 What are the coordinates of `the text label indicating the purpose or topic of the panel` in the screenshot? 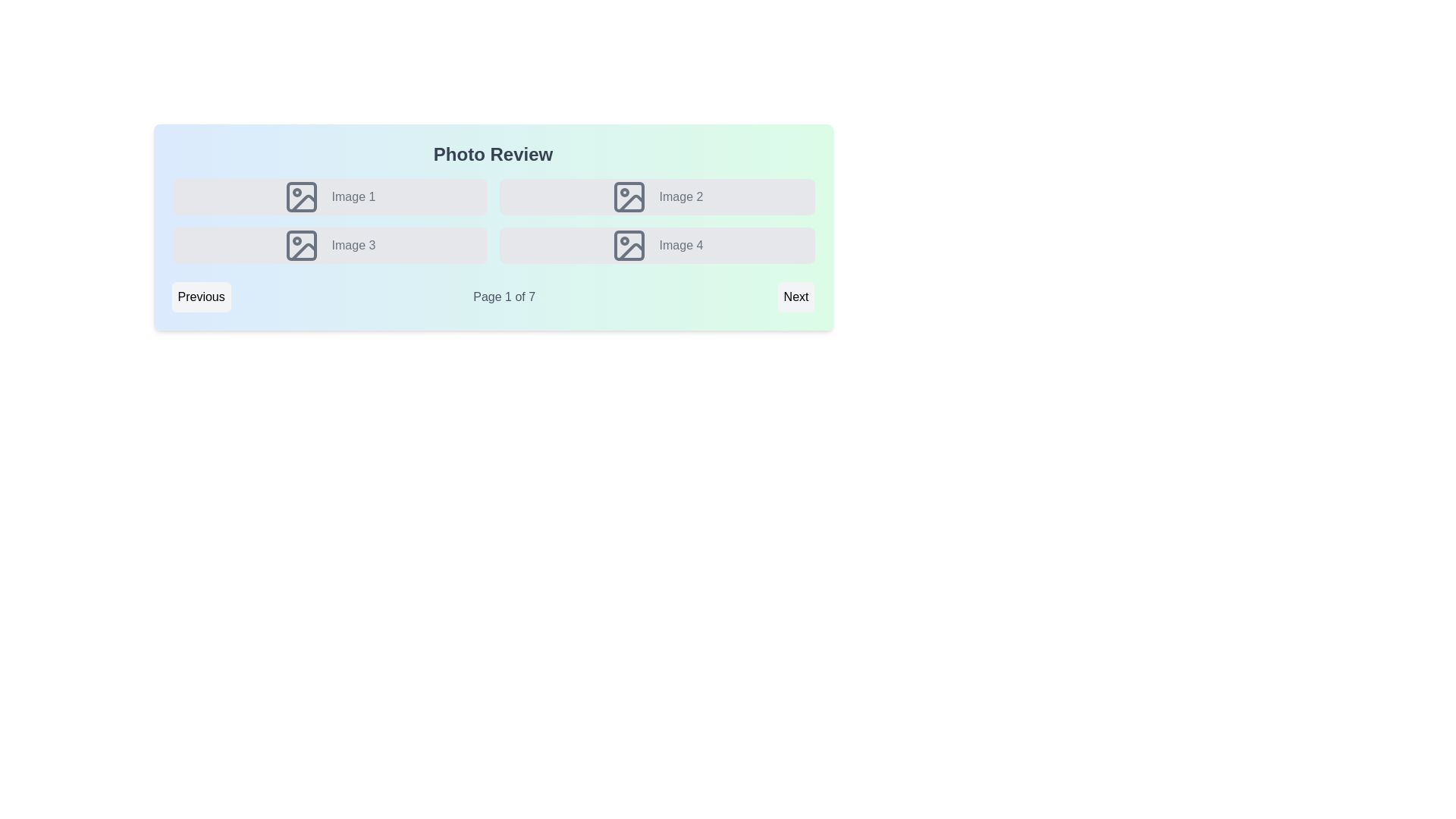 It's located at (493, 155).